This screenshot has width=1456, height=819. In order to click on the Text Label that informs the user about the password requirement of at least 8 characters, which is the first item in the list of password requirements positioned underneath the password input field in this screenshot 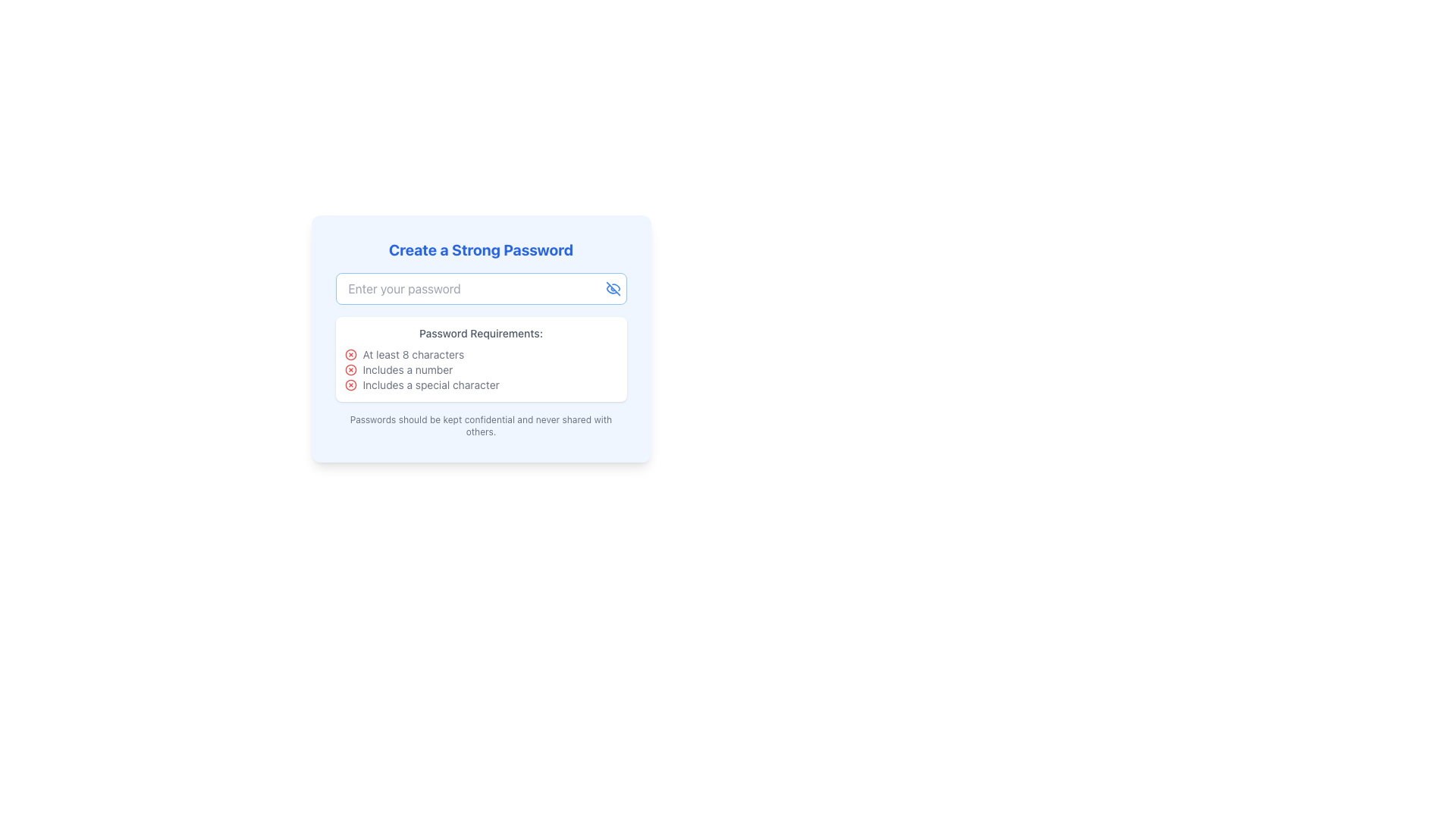, I will do `click(413, 354)`.